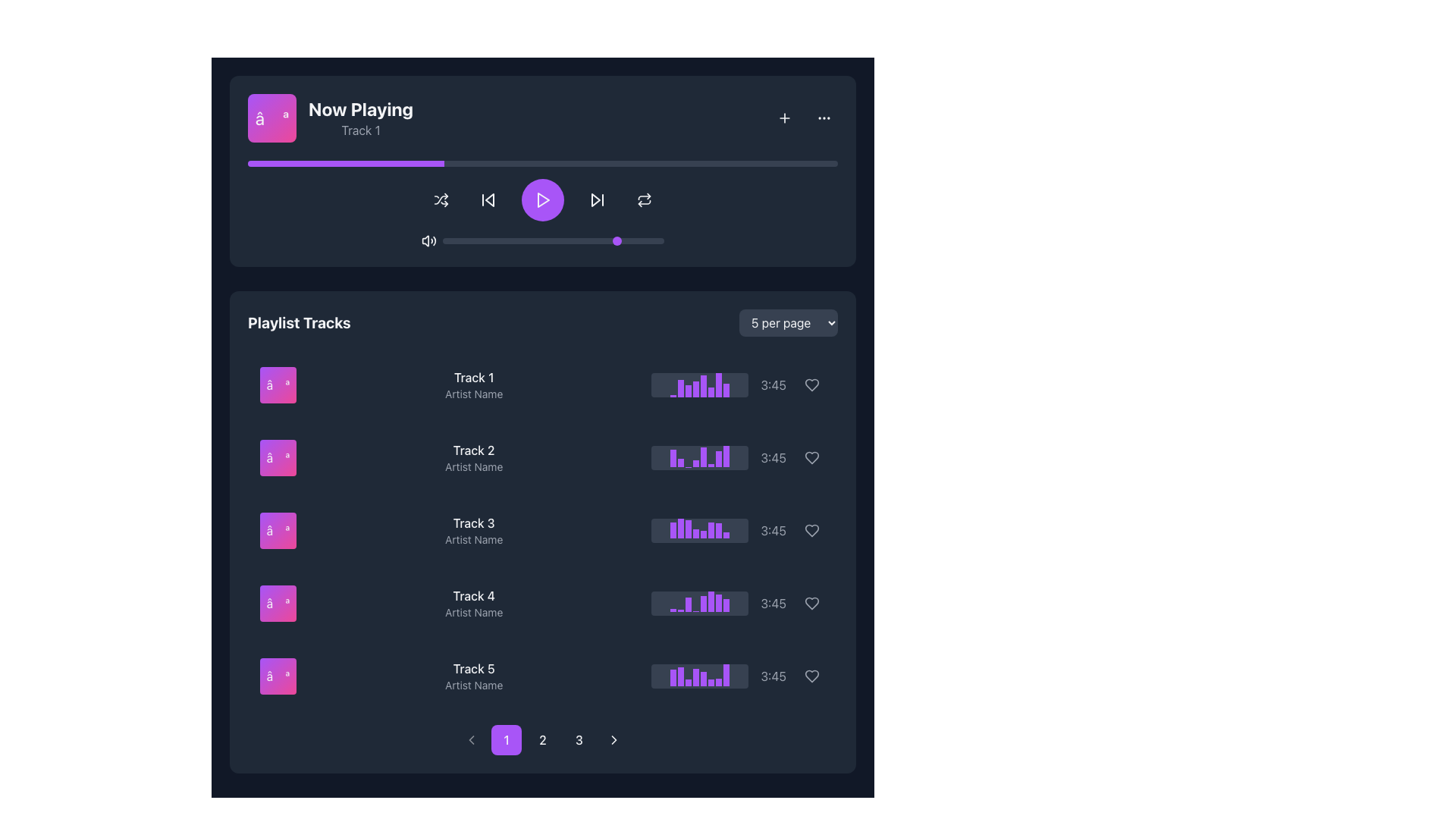  I want to click on the second purple bar in the histogram-like arrangement within the 'Playlist Tracks' section, so click(680, 388).